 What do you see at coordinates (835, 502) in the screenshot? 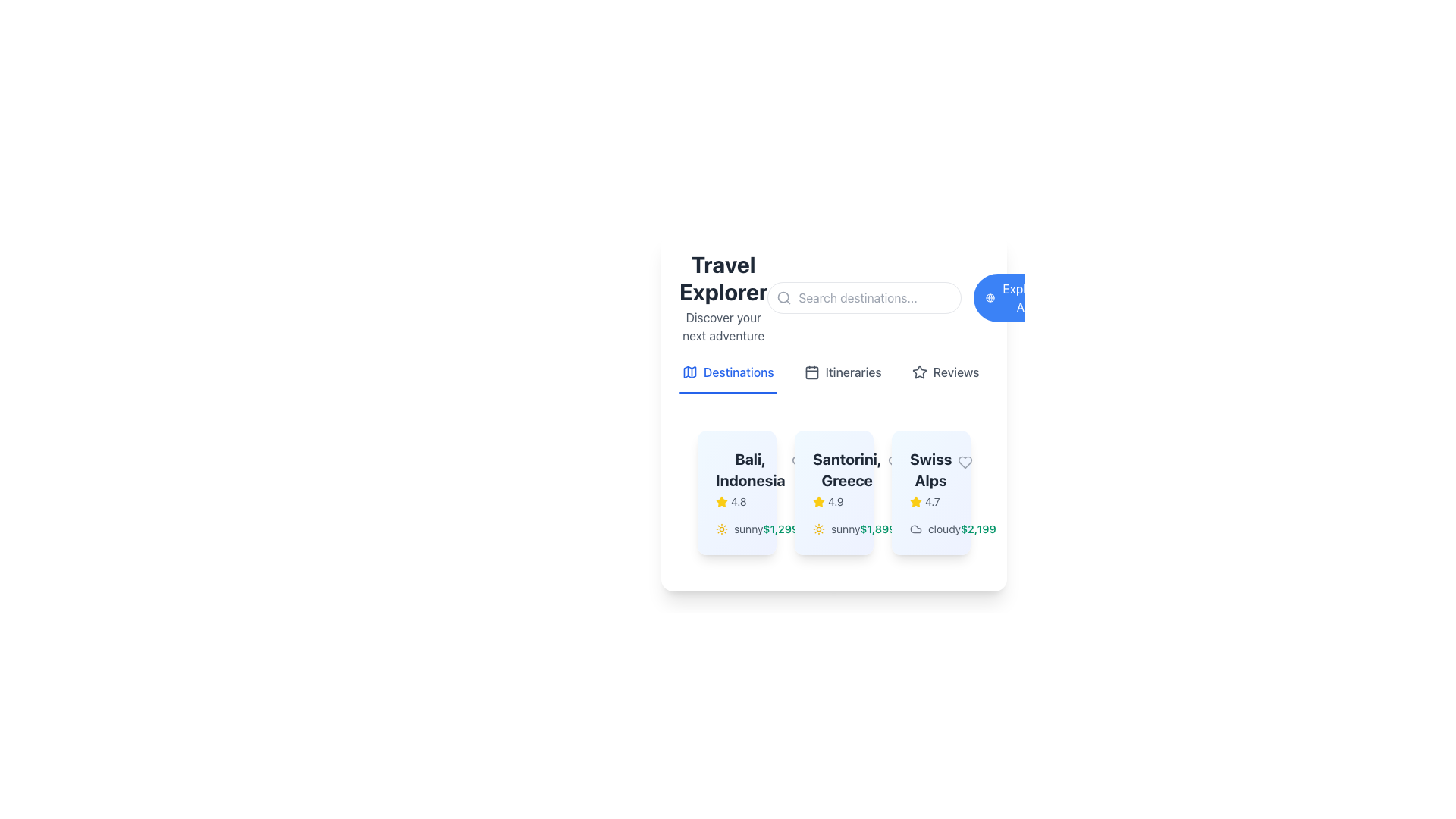
I see `value displayed in the text label showing '4.9', which is located next to a star icon in the second card under the 'Santorini, Greece' section` at bounding box center [835, 502].